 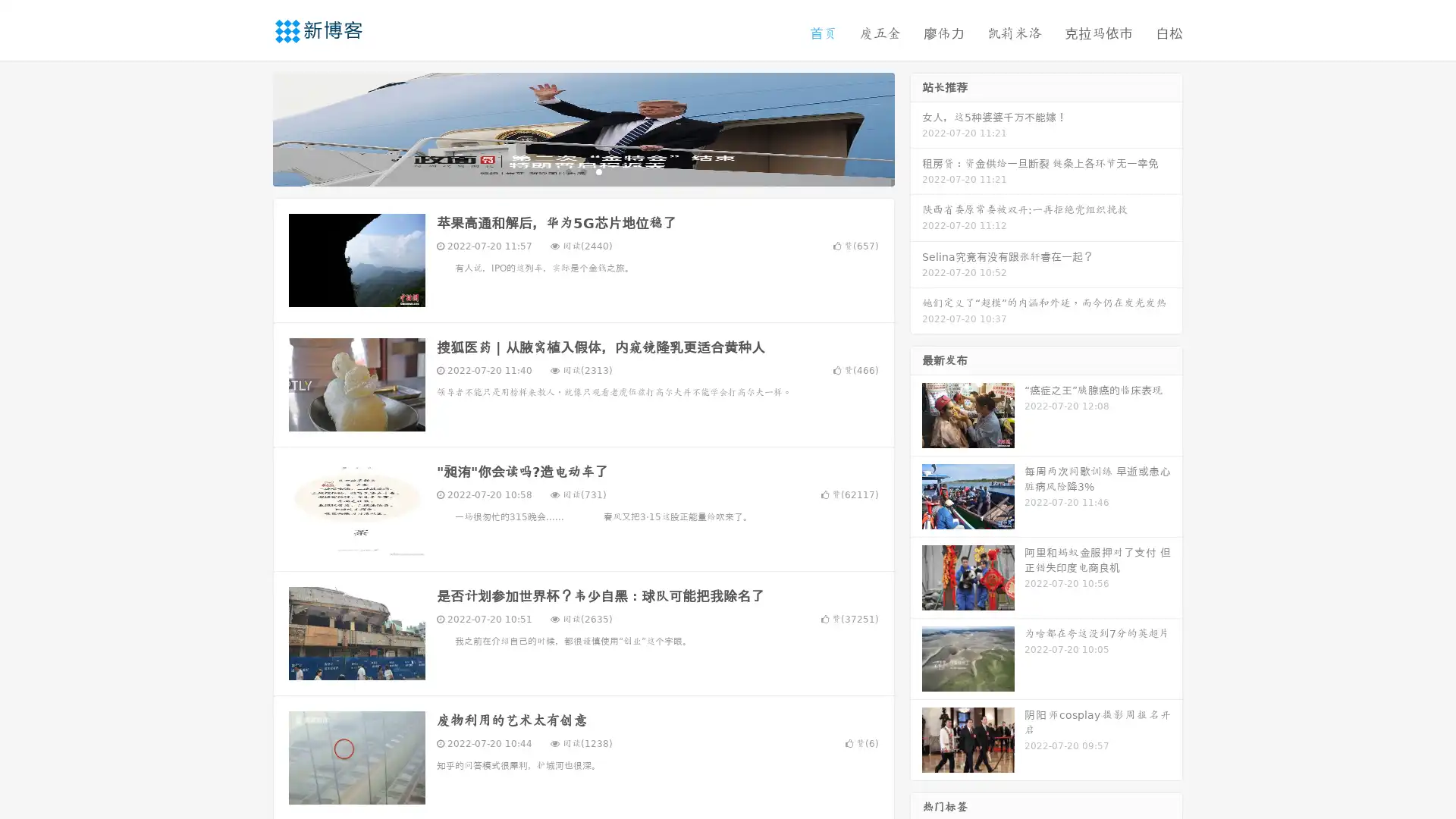 I want to click on Next slide, so click(x=916, y=127).